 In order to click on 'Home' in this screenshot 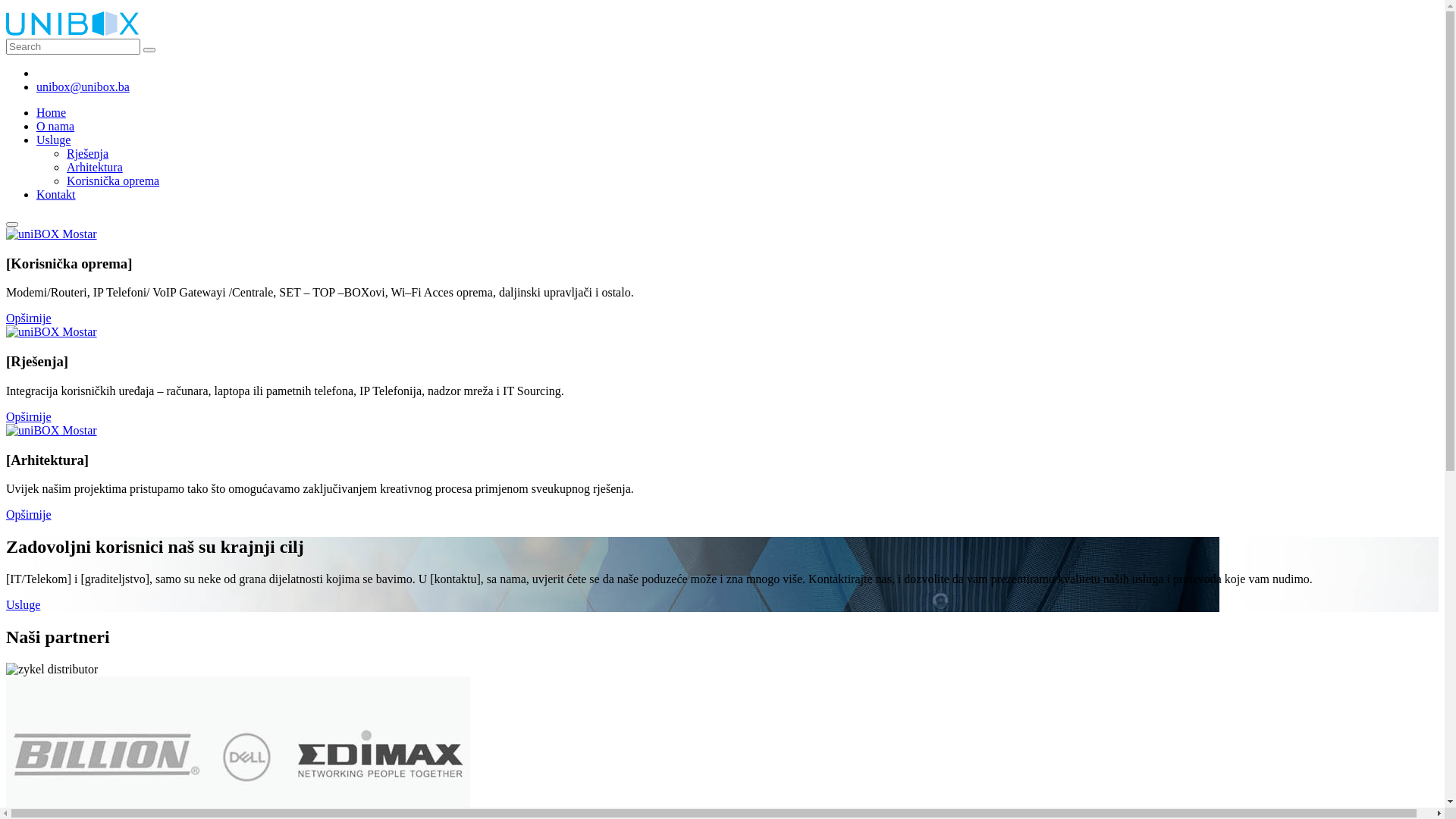, I will do `click(51, 111)`.